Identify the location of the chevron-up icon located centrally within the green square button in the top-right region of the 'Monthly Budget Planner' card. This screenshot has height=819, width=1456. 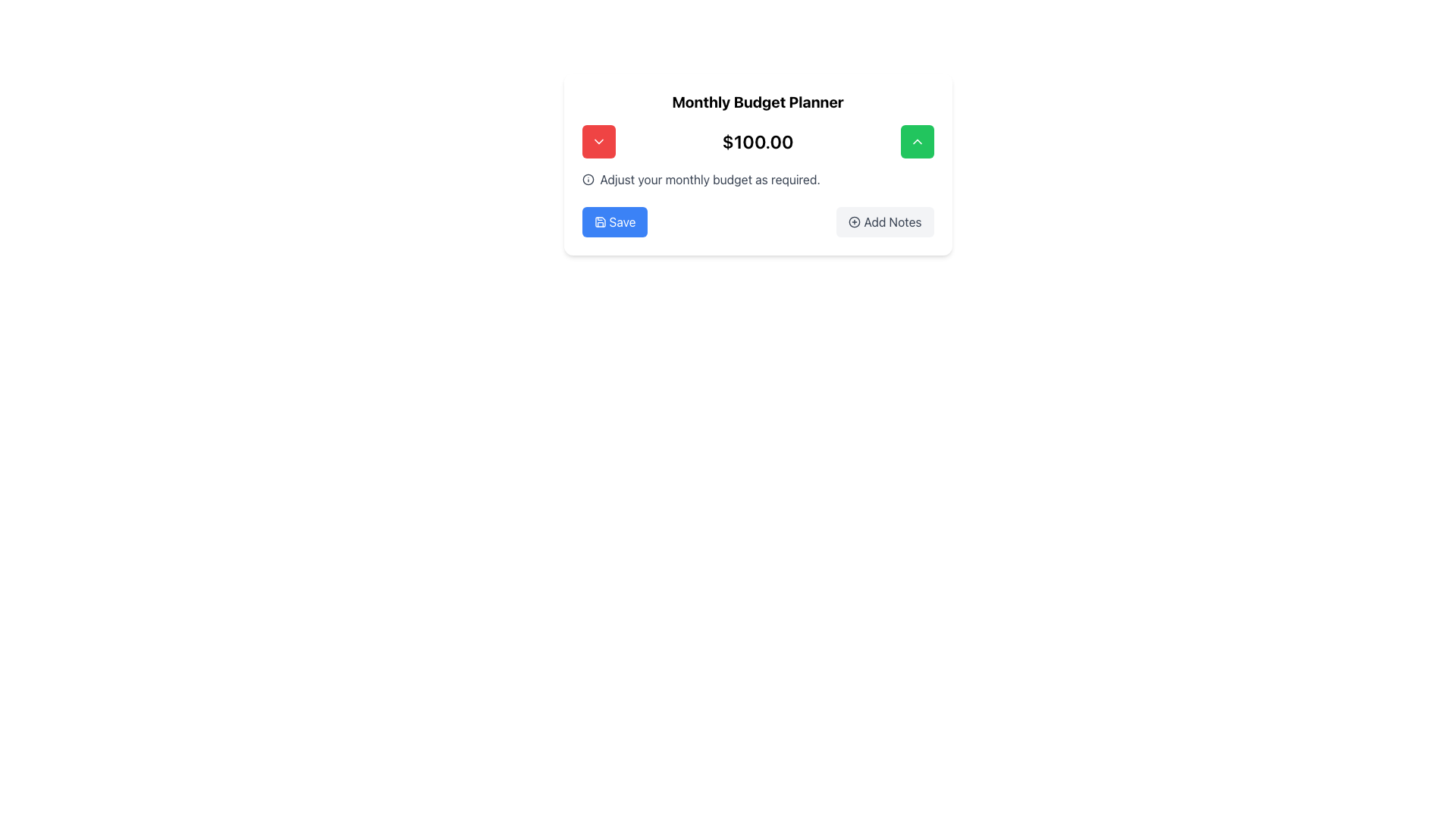
(916, 141).